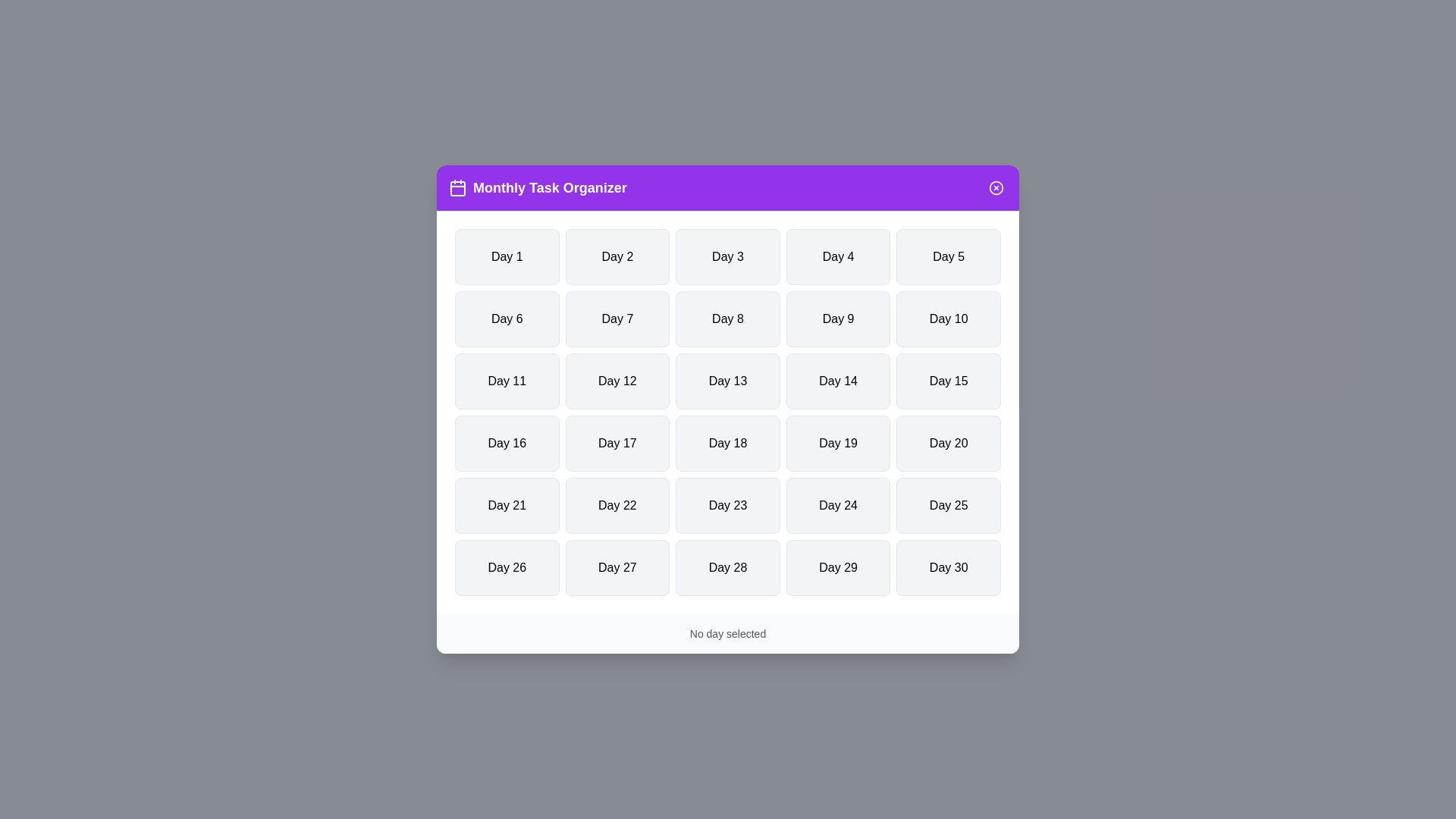 The height and width of the screenshot is (819, 1456). Describe the element at coordinates (728, 256) in the screenshot. I see `the button labeled Day 3 to select the corresponding day` at that location.